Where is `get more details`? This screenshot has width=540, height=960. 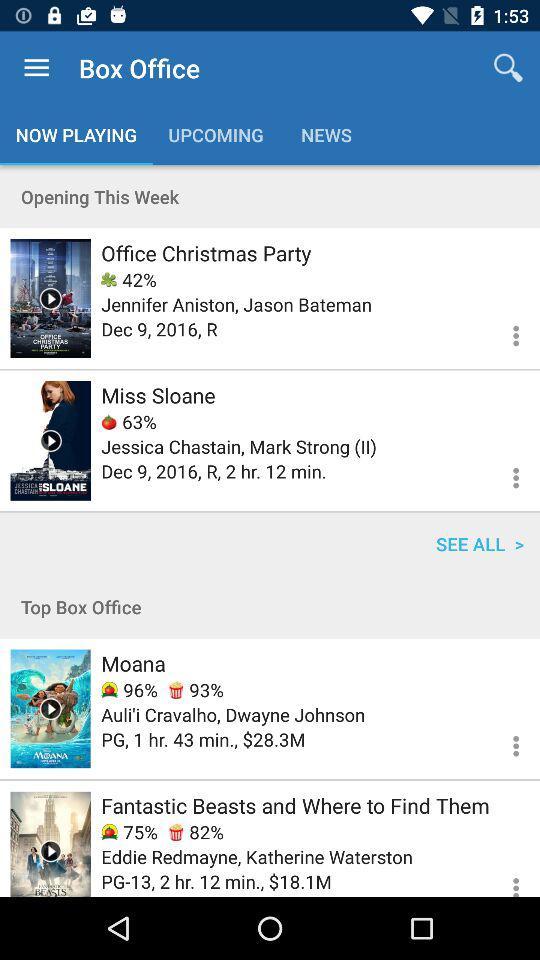
get more details is located at coordinates (503, 742).